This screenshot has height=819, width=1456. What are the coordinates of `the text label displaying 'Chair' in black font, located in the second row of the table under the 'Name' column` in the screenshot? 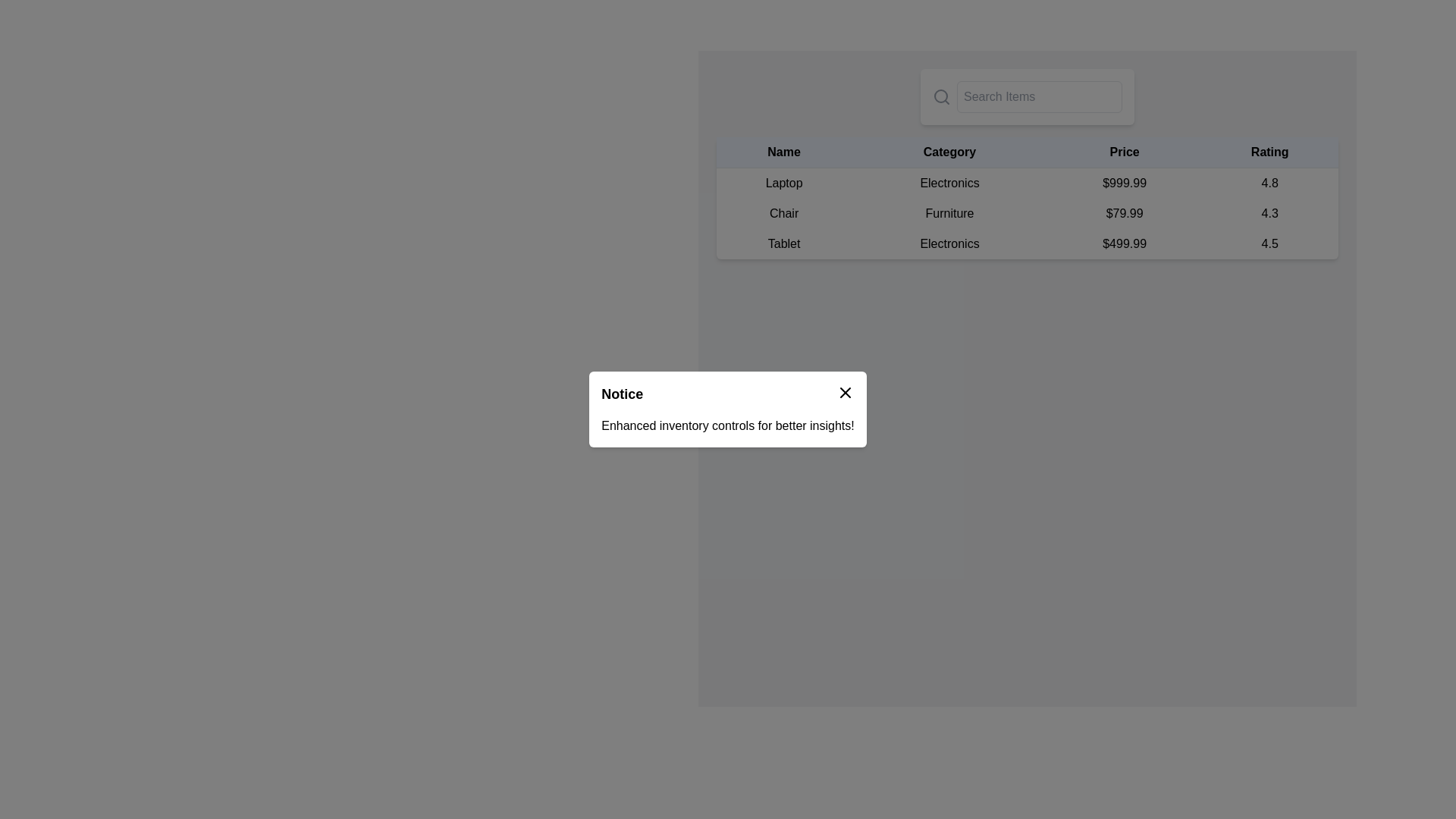 It's located at (784, 213).